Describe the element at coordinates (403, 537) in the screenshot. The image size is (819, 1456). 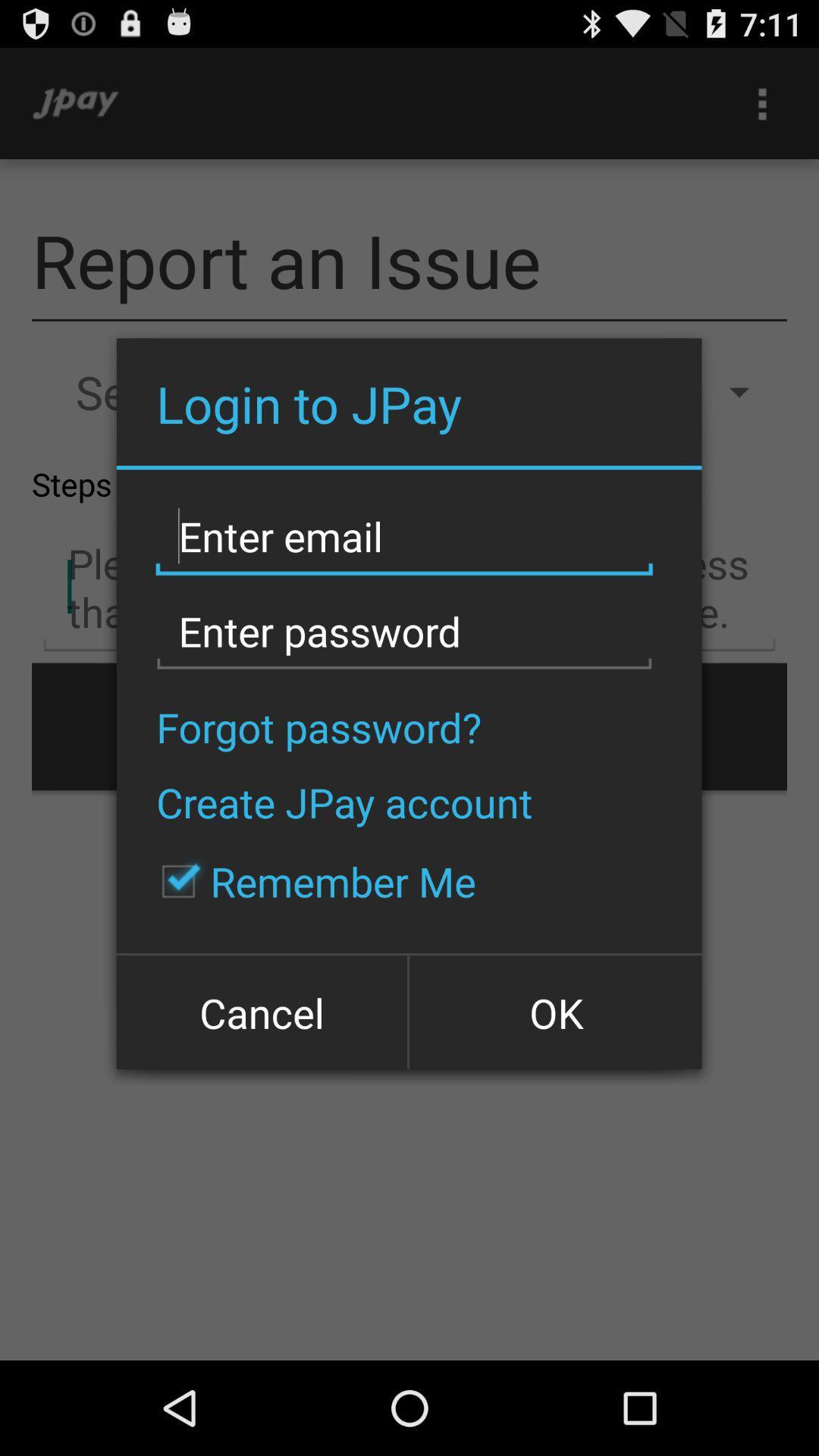
I see `creat` at that location.